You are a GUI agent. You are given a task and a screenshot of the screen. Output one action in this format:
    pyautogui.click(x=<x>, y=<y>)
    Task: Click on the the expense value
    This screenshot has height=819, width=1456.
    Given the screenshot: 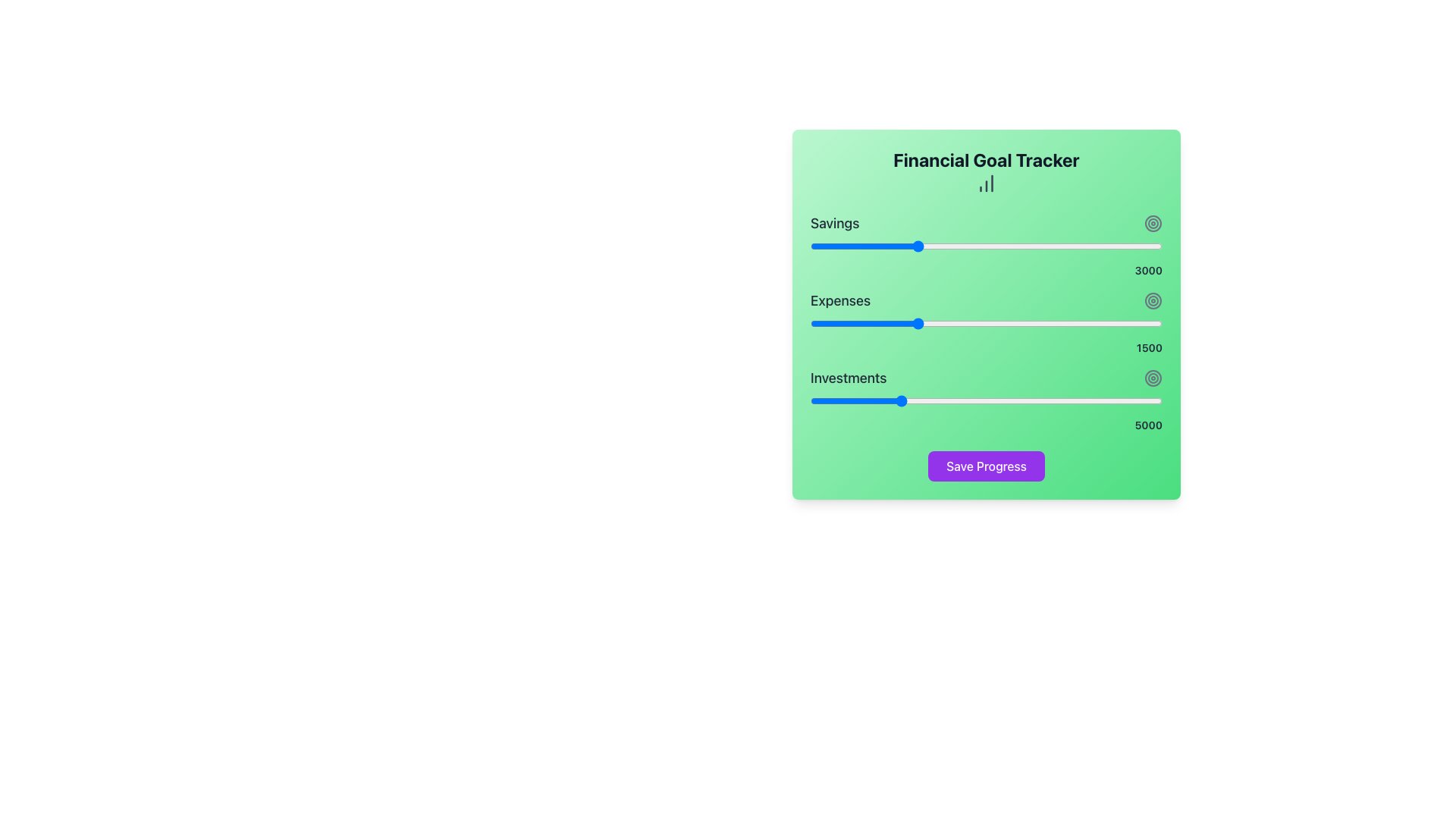 What is the action you would take?
    pyautogui.click(x=856, y=323)
    